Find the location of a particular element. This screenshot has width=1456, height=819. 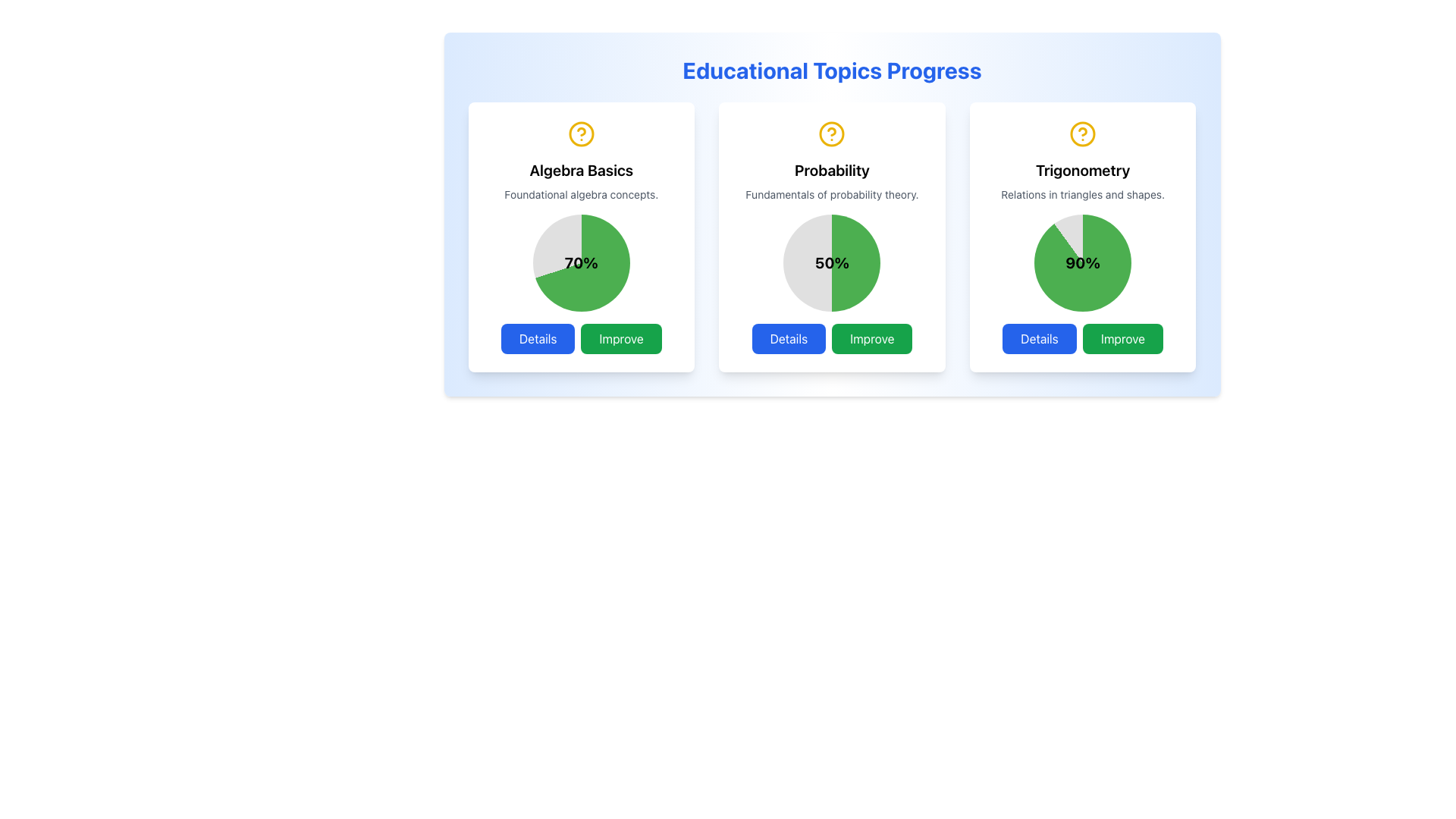

the green rectangular button with rounded corners that has 'Improve' text centered within it, located under the progress chart for 'Trigonometry' is located at coordinates (1122, 338).